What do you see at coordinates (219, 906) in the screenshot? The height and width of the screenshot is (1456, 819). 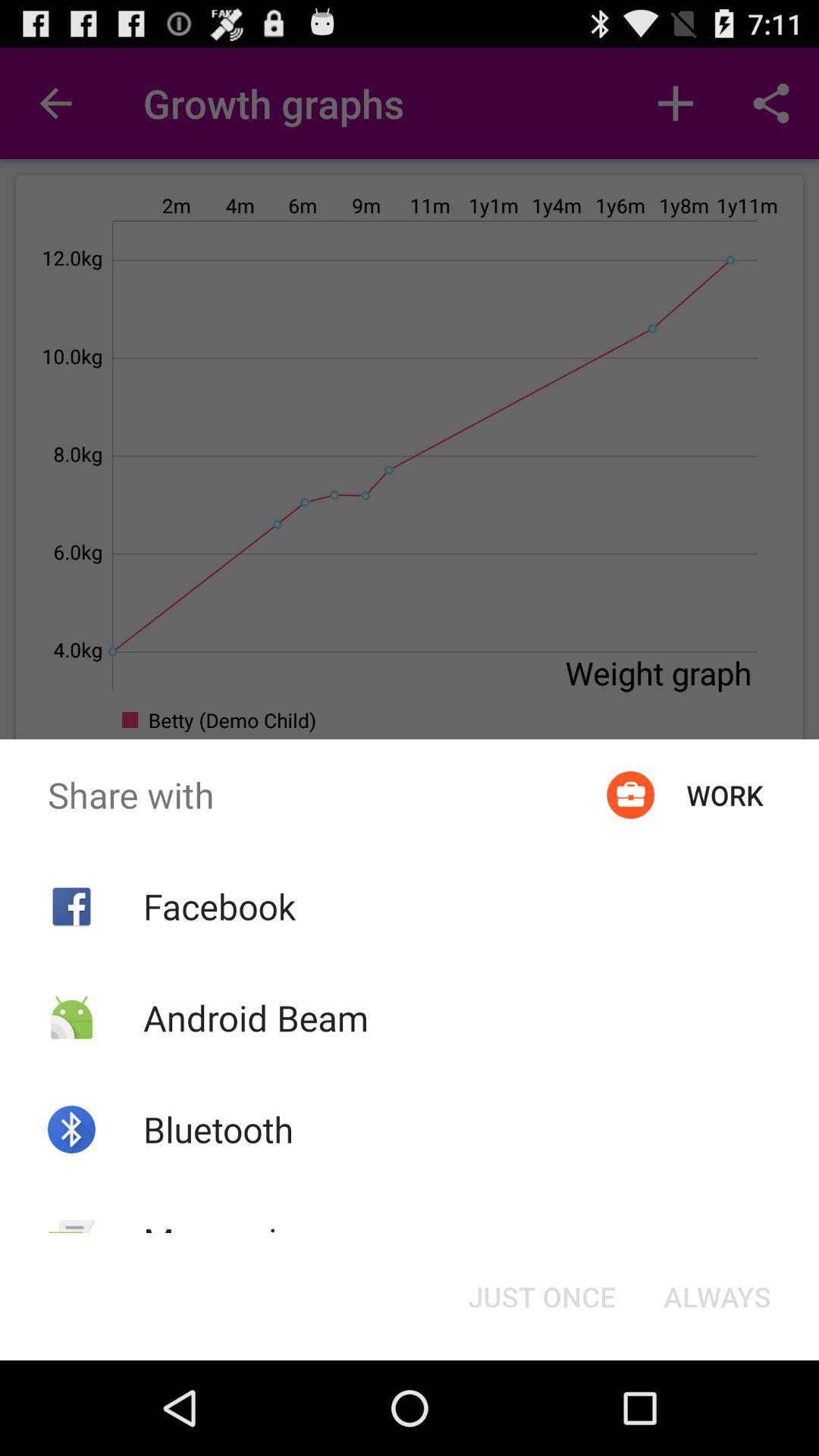 I see `icon below the share with icon` at bounding box center [219, 906].